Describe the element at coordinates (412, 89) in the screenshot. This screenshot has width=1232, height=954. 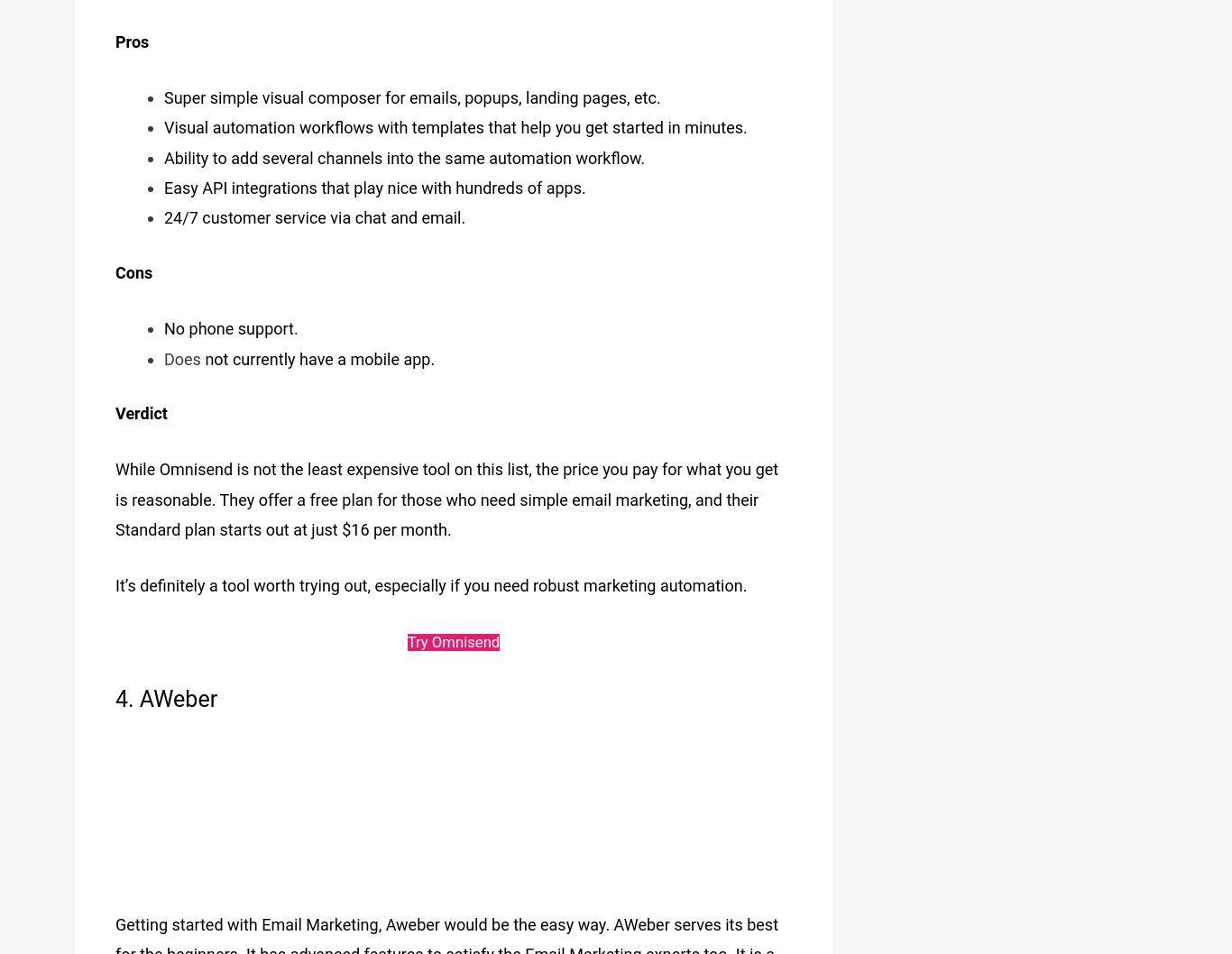
I see `'Super simple visual composer for emails, popups, landing pages, etc.'` at that location.